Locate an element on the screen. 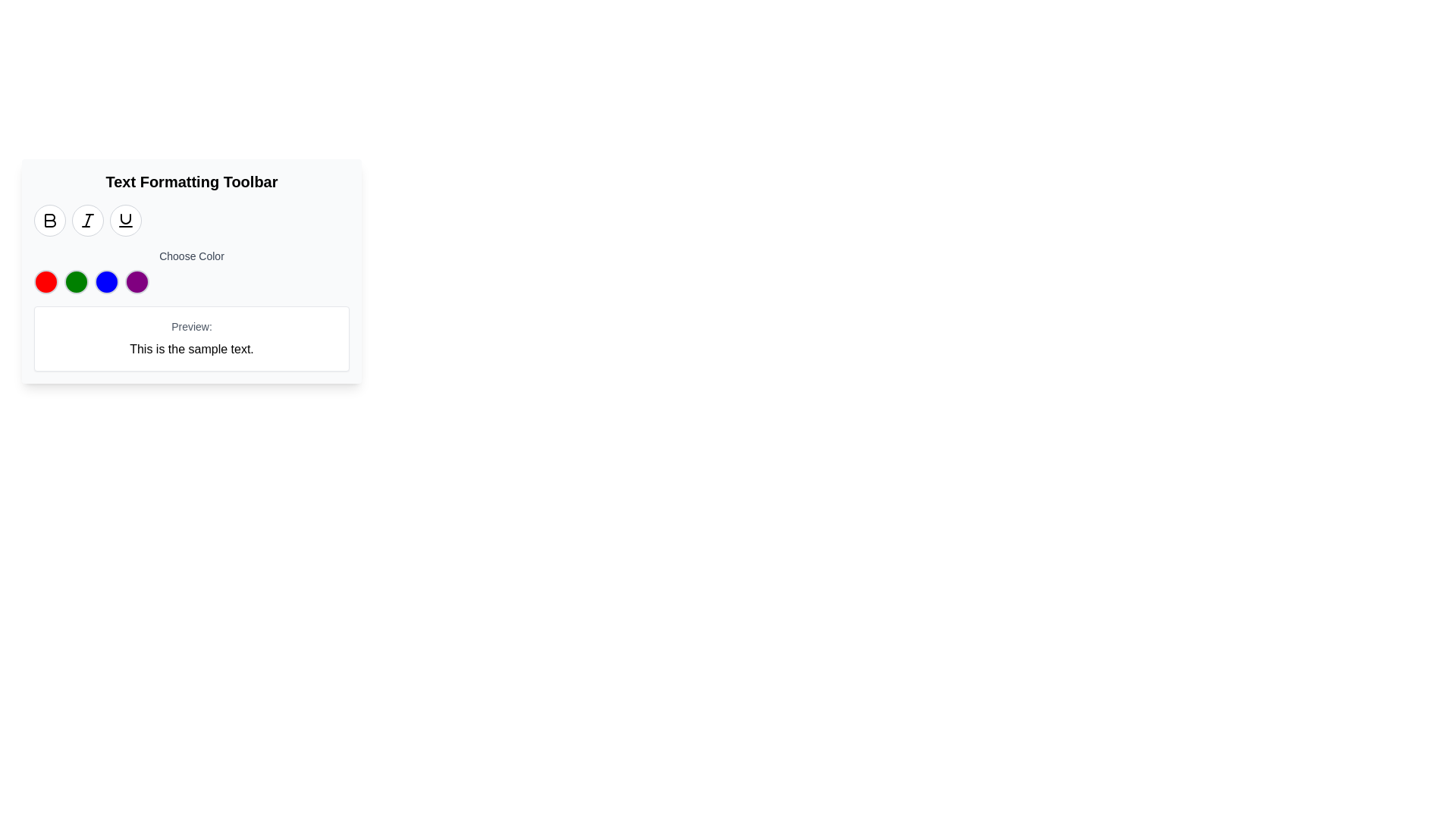  the vertical line component styled as a diagonal stroke within the 'Italic' button of the text formatting toolbar is located at coordinates (86, 220).